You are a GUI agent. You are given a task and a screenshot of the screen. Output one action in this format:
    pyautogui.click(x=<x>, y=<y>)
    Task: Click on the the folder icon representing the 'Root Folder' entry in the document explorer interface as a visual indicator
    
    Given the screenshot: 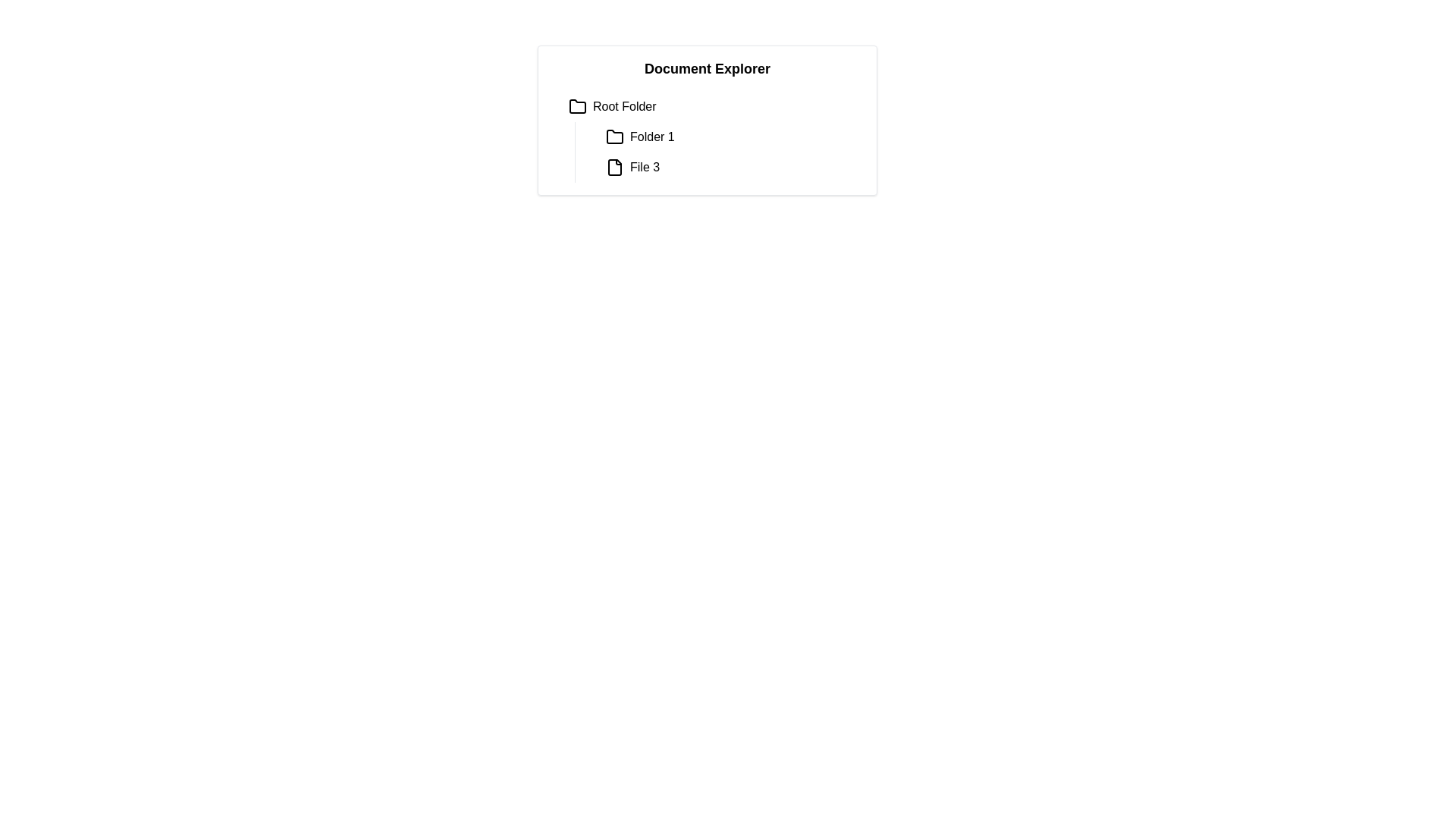 What is the action you would take?
    pyautogui.click(x=577, y=105)
    